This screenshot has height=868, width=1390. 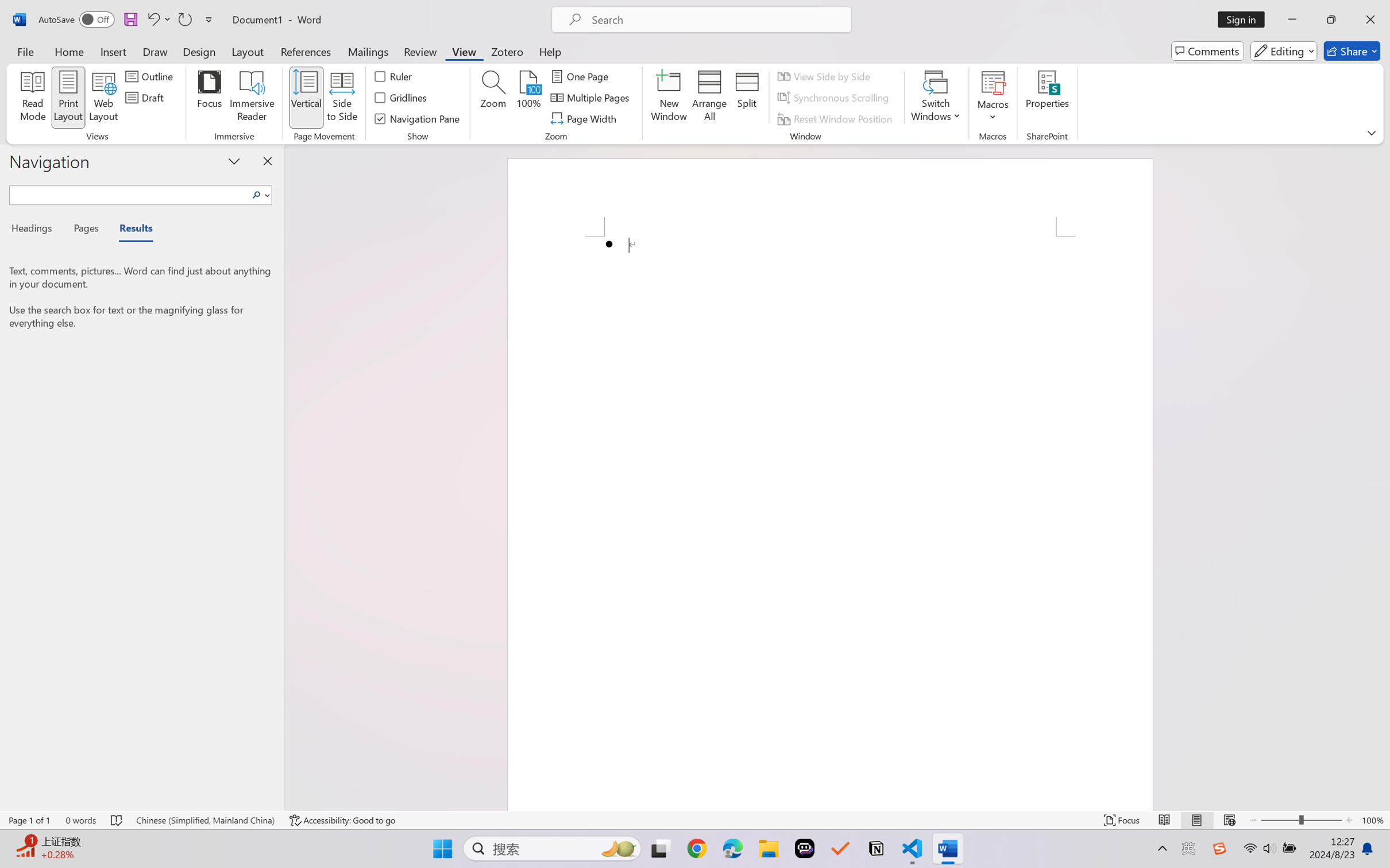 I want to click on 'View Side by Side', so click(x=825, y=75).